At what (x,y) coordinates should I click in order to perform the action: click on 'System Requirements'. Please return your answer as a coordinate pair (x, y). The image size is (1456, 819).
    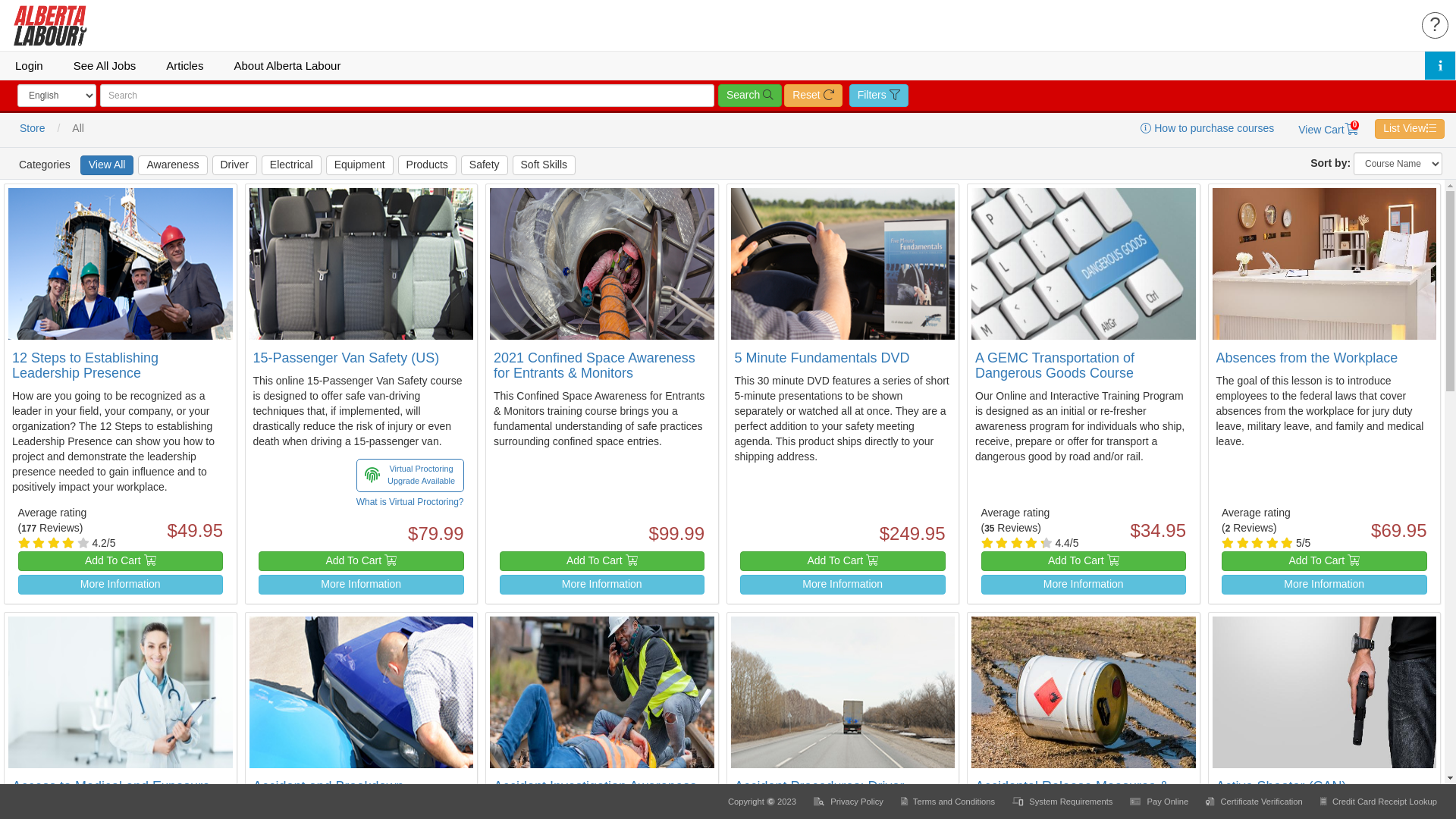
    Looking at the image, I should click on (1062, 800).